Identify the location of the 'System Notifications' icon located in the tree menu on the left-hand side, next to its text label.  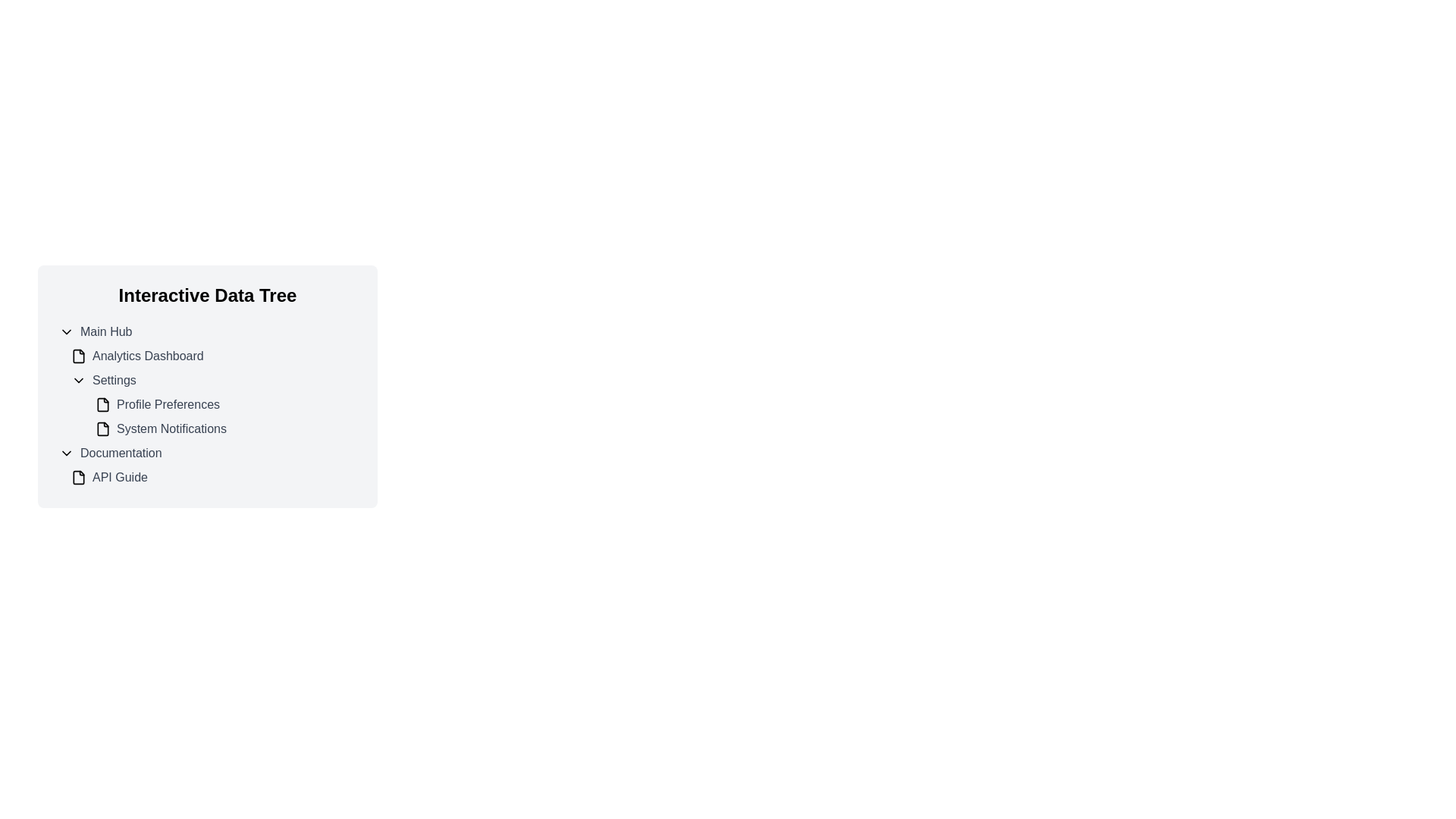
(102, 429).